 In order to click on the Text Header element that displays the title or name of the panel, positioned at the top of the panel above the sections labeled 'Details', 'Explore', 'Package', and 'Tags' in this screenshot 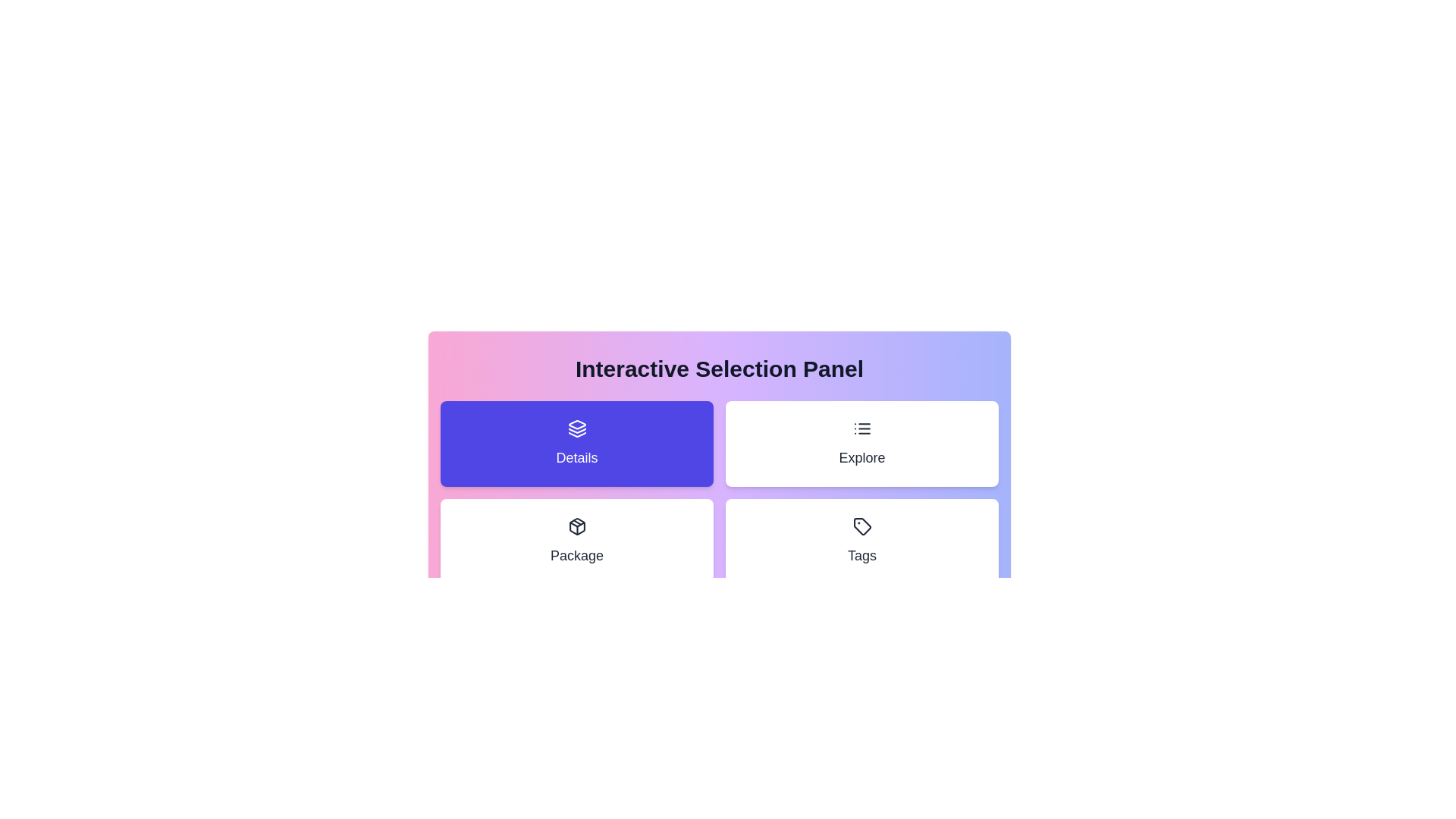, I will do `click(719, 369)`.